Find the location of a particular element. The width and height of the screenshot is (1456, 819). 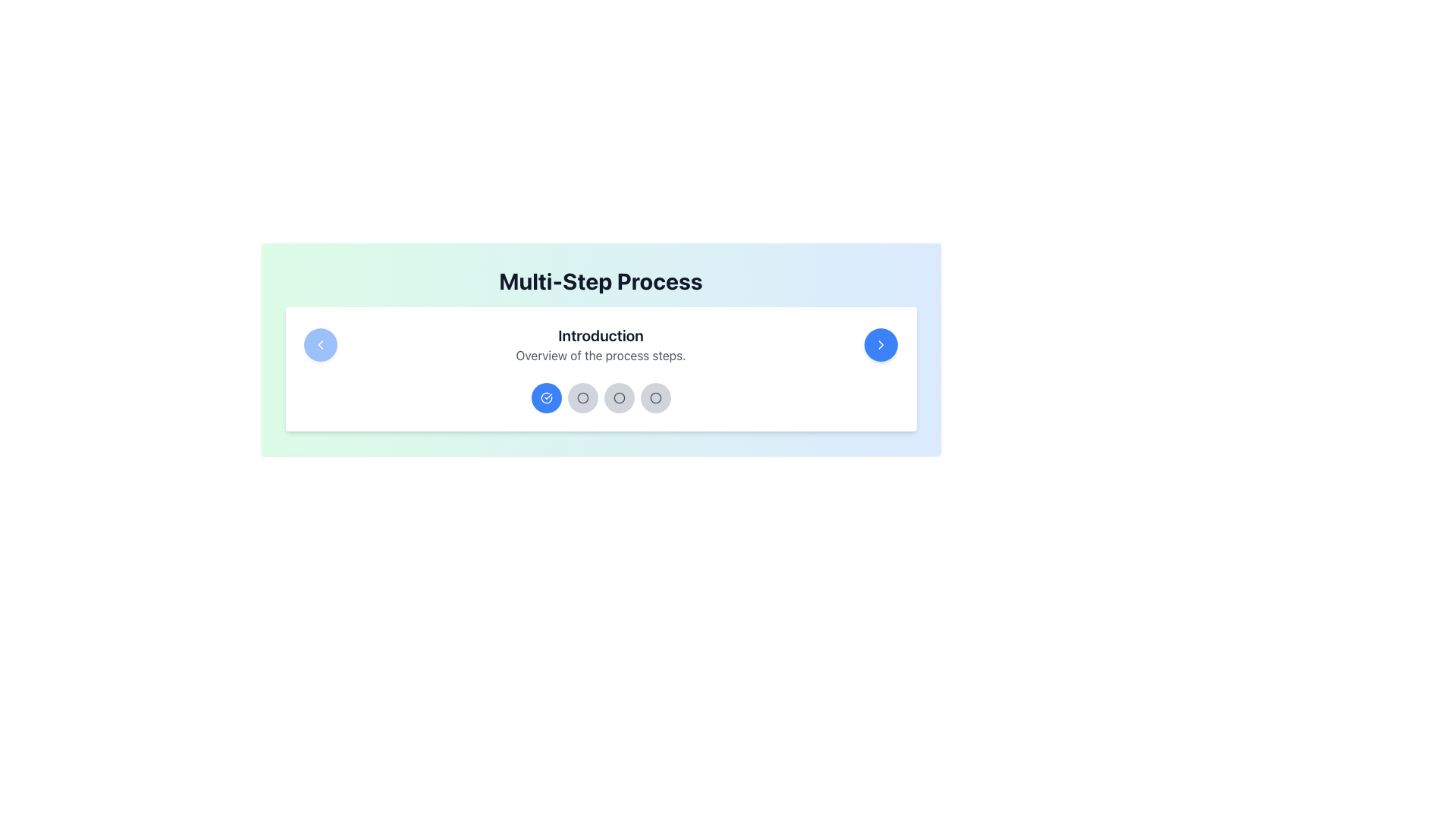

the third step indicator button is located at coordinates (582, 397).